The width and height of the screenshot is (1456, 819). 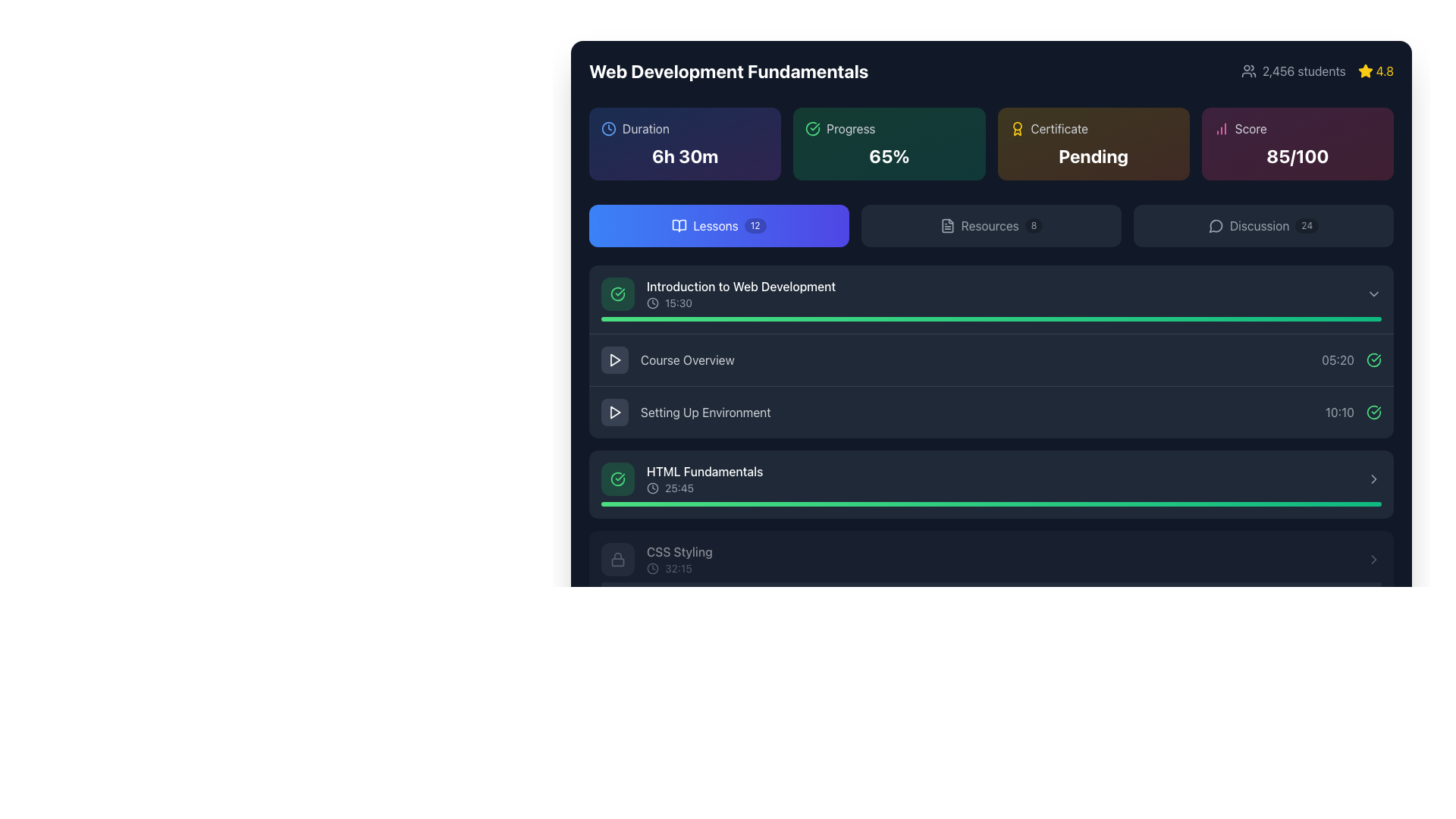 What do you see at coordinates (652, 568) in the screenshot?
I see `the small circular clock icon` at bounding box center [652, 568].